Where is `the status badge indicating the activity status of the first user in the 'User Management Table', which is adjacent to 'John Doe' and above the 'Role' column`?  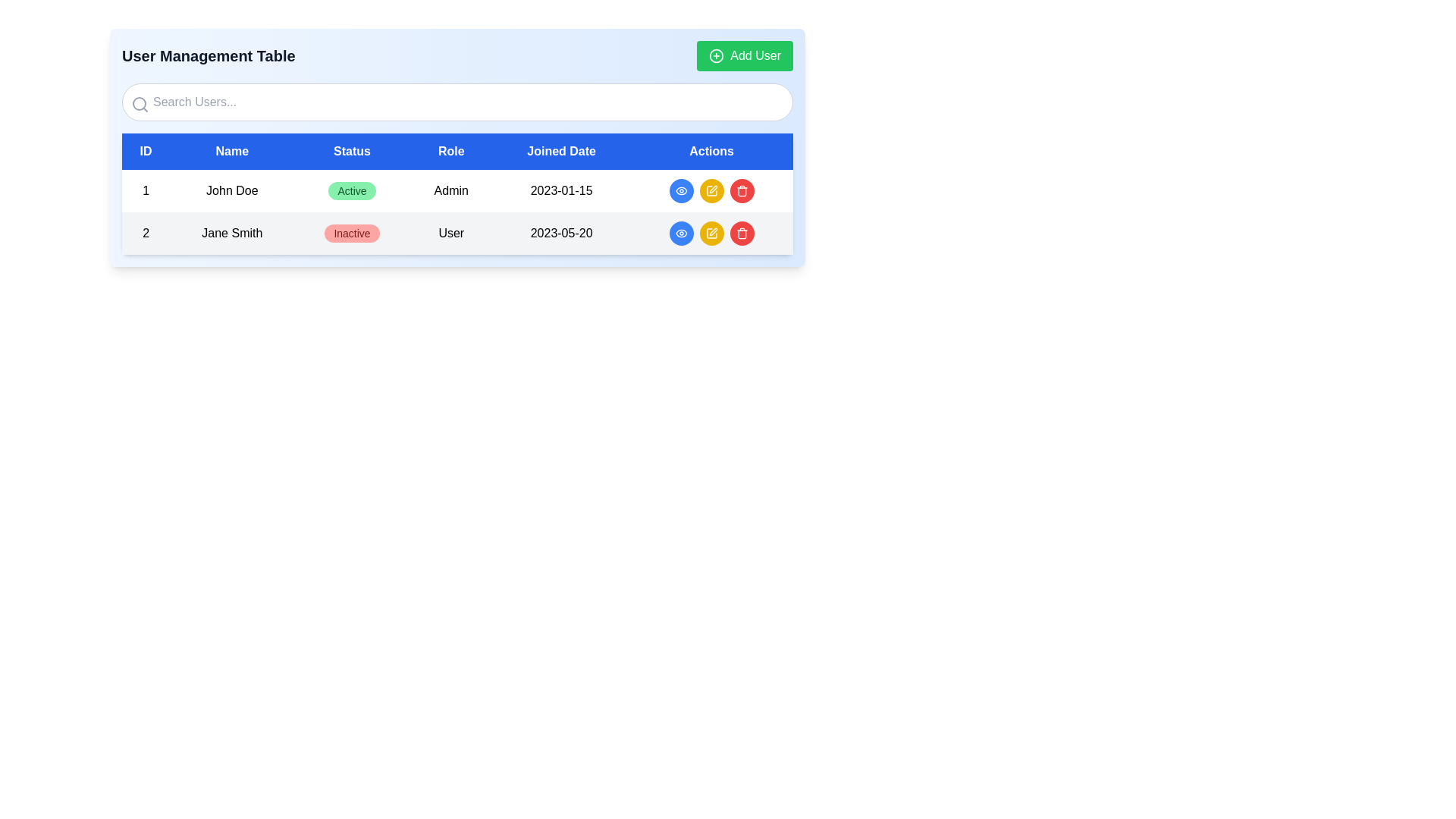
the status badge indicating the activity status of the first user in the 'User Management Table', which is adjacent to 'John Doe' and above the 'Role' column is located at coordinates (351, 190).